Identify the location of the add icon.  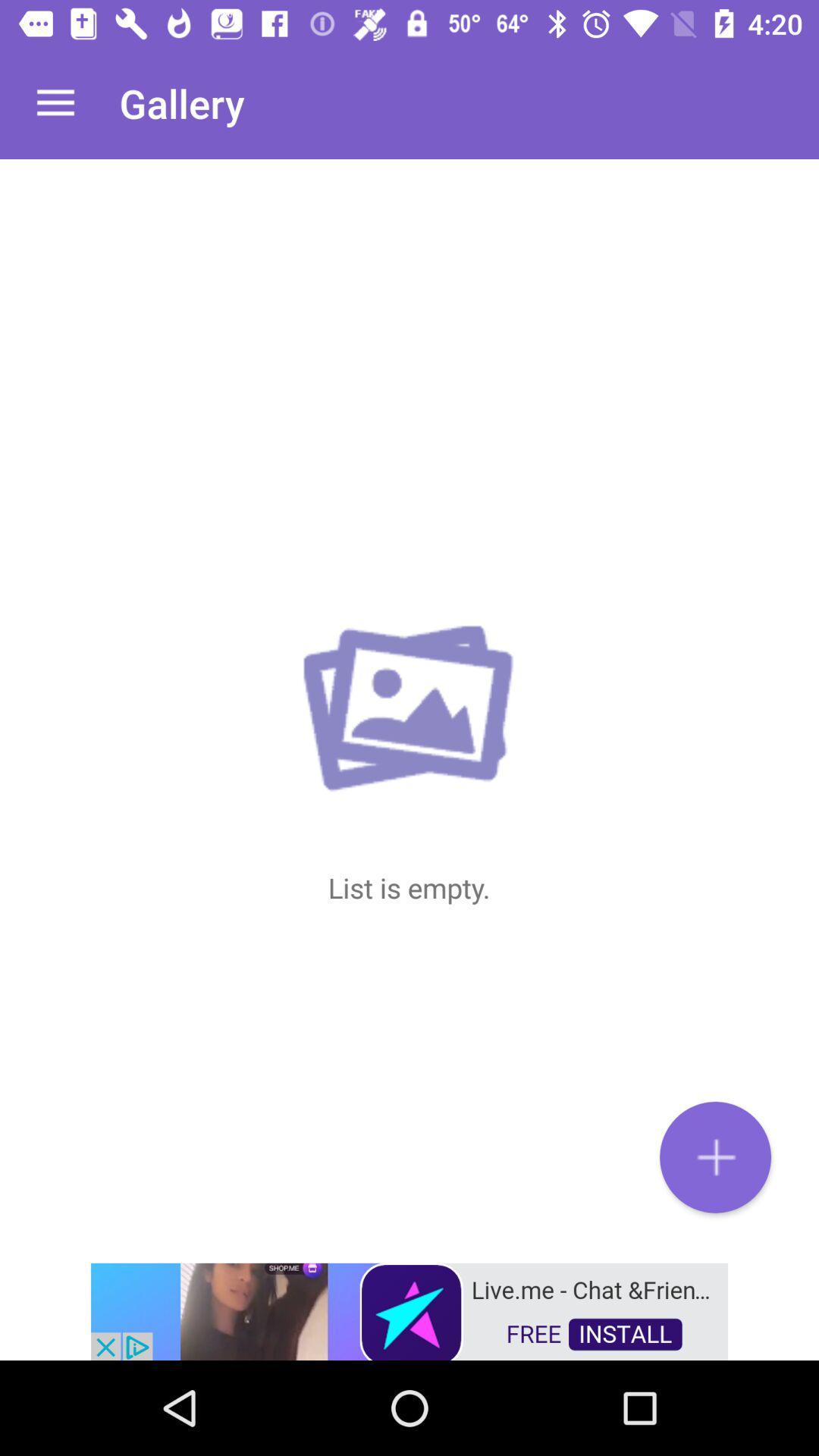
(715, 1156).